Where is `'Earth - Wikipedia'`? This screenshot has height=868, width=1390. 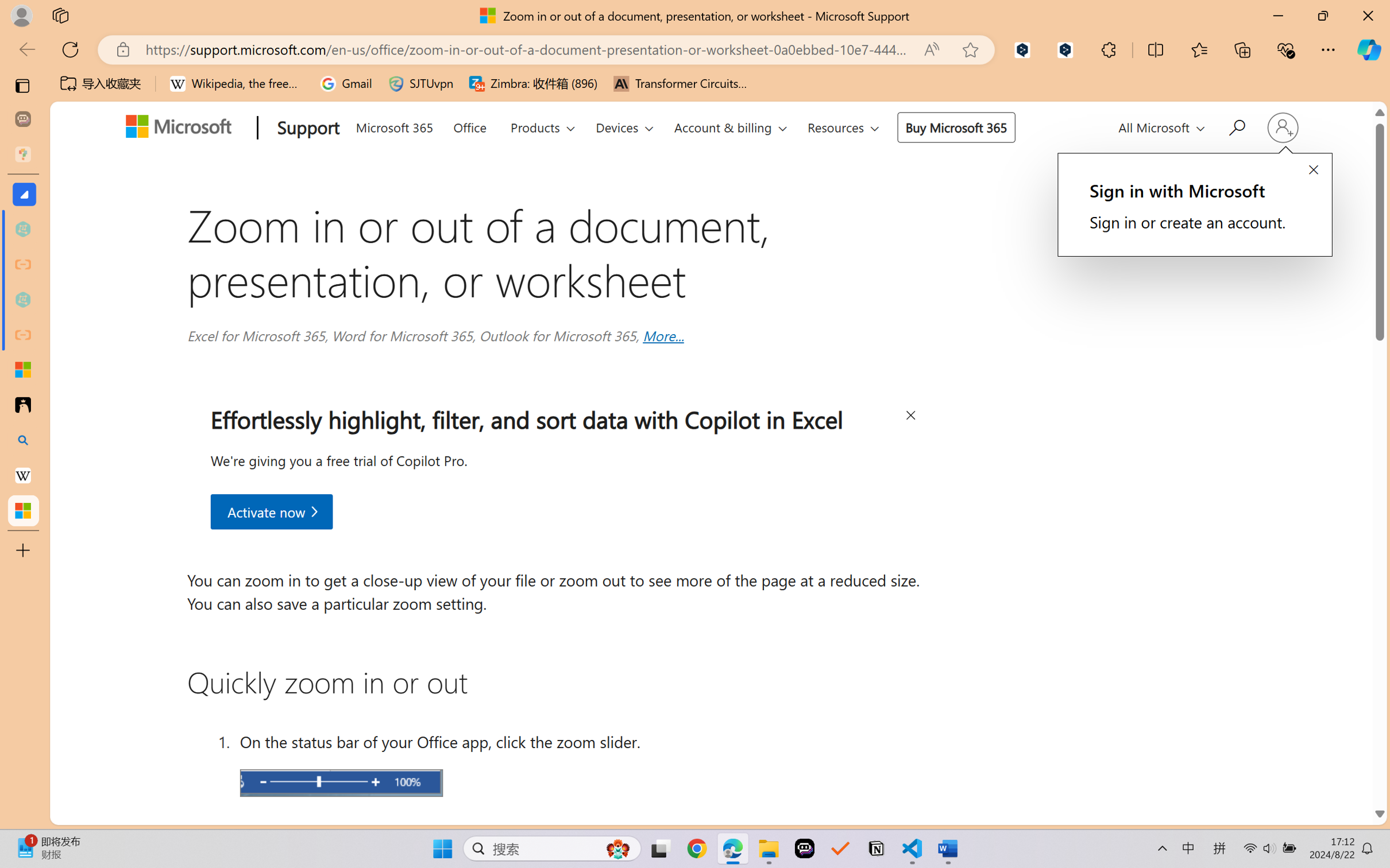 'Earth - Wikipedia' is located at coordinates (22, 475).